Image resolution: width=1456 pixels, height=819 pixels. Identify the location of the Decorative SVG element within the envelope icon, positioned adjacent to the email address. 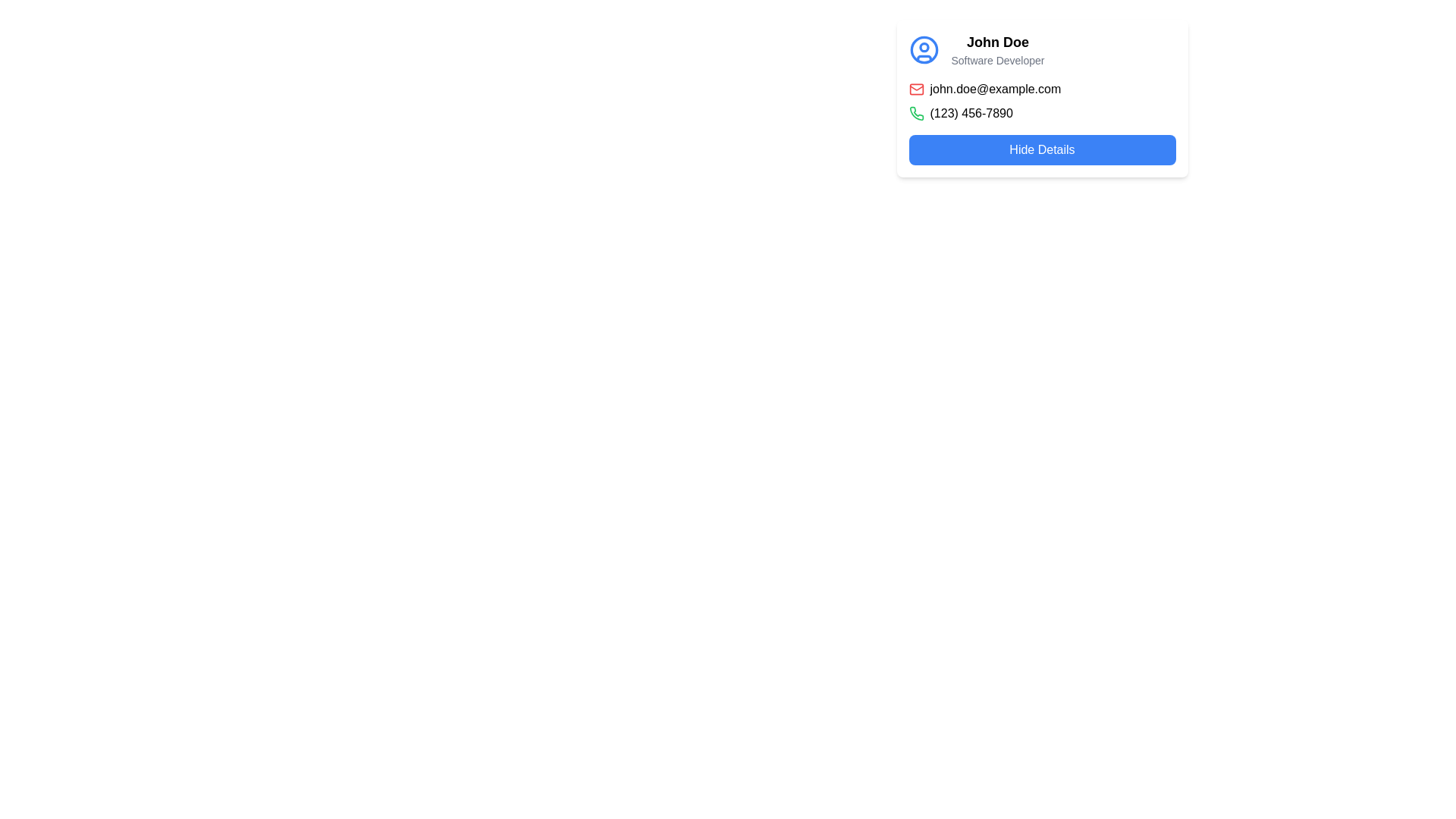
(915, 89).